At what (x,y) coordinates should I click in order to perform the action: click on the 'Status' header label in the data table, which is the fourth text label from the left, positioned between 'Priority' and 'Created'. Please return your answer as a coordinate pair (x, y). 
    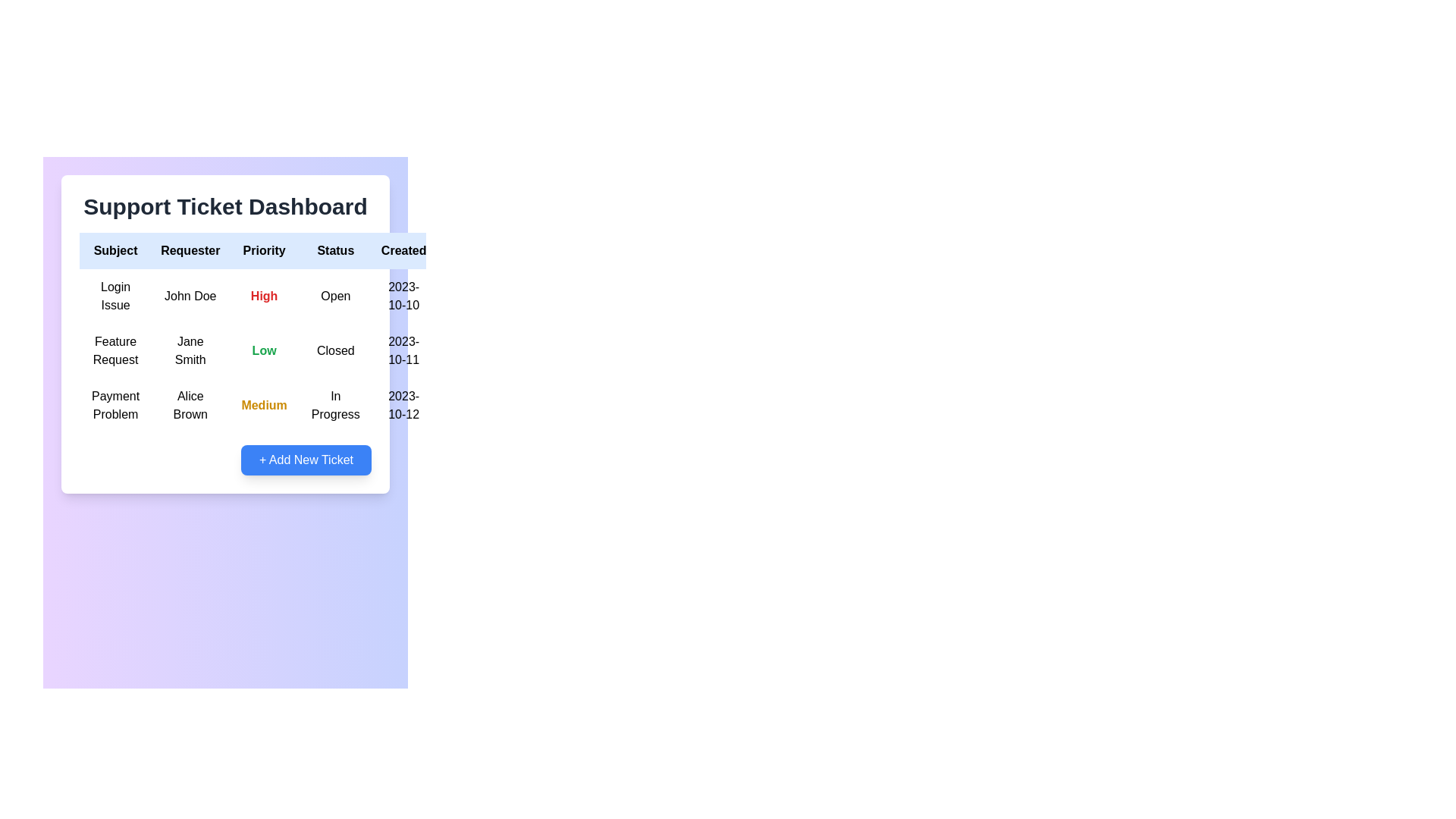
    Looking at the image, I should click on (334, 250).